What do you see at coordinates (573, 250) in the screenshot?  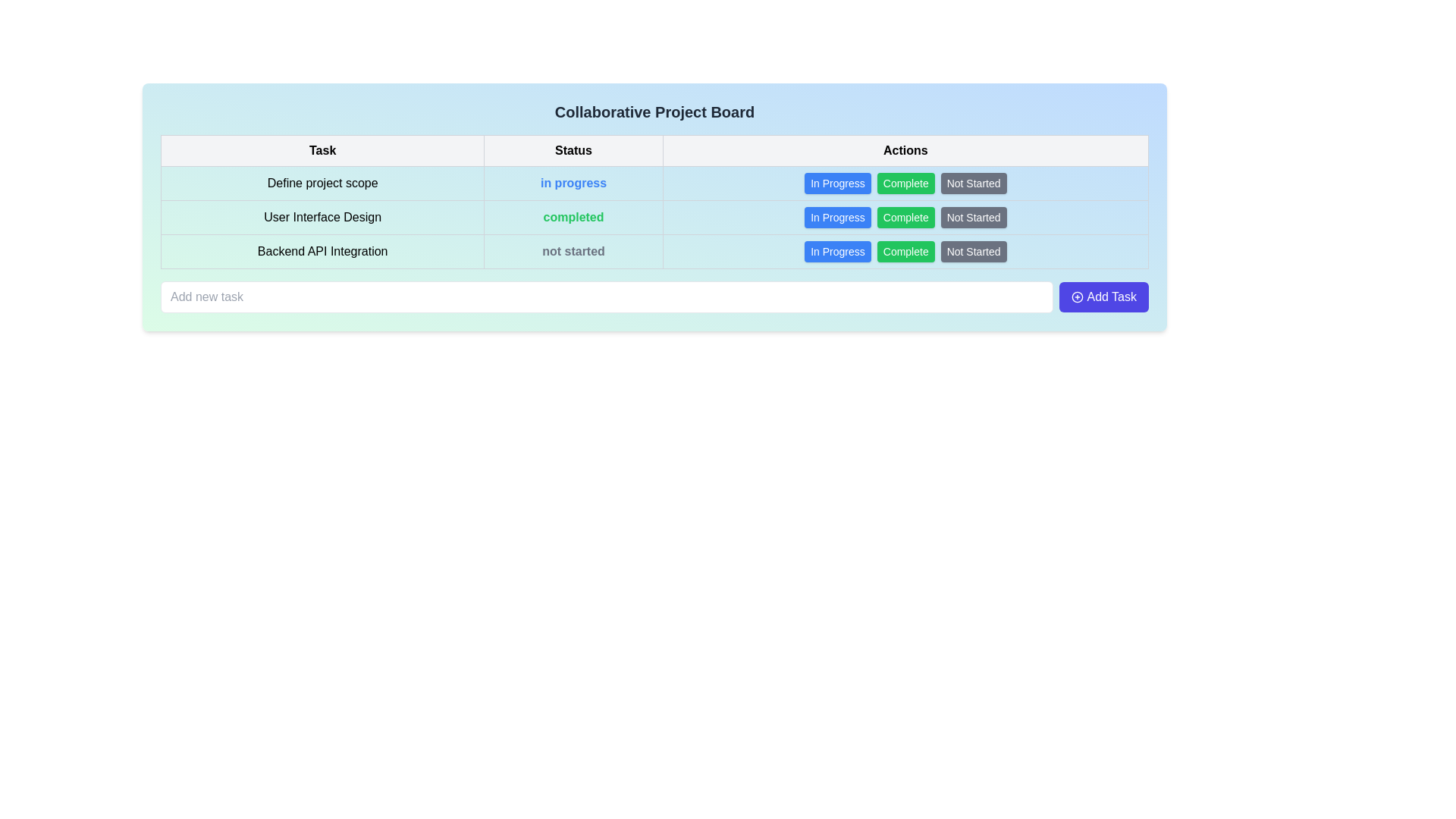 I see `the static text label displaying 'not started' in gray, bold sans-serif font, located in the middle column under the 'Status' header for the task 'Backend API Integration'` at bounding box center [573, 250].